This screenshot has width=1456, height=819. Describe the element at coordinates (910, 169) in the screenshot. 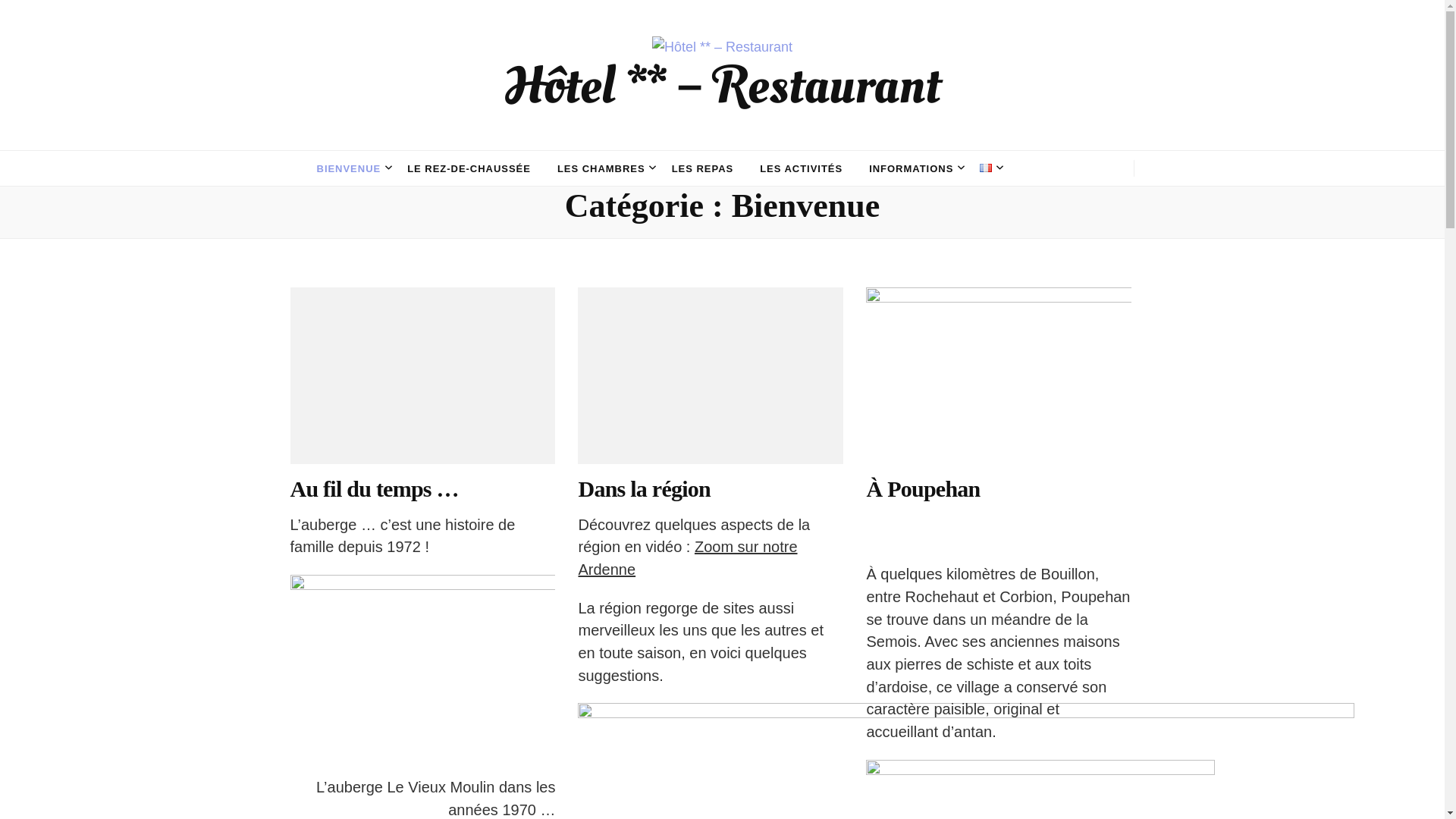

I see `'INFORMATIONS'` at that location.